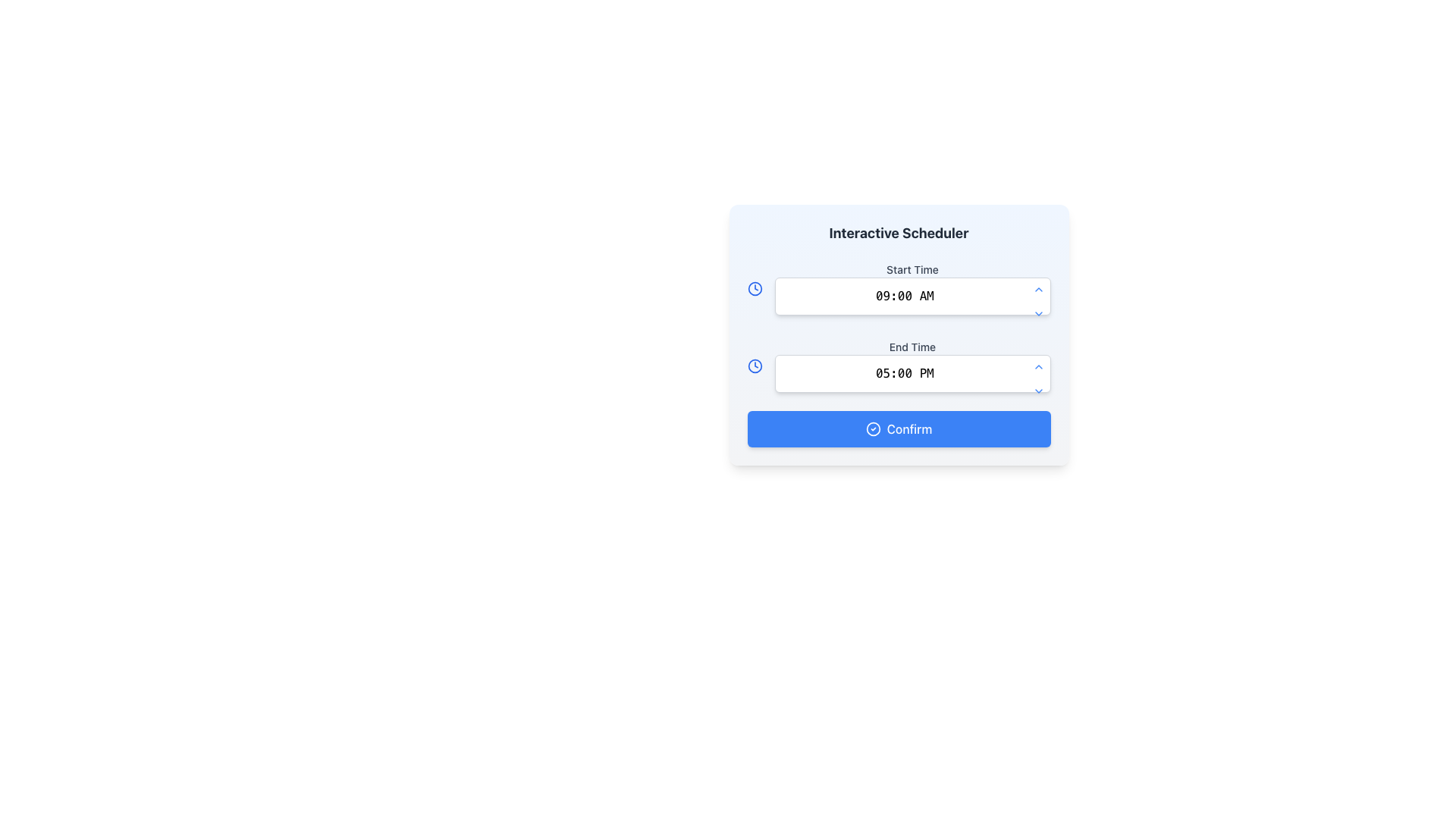 This screenshot has height=819, width=1456. What do you see at coordinates (912, 296) in the screenshot?
I see `the text input field for setting the start time in the Interactive Scheduler to invoke the time picker dialog` at bounding box center [912, 296].